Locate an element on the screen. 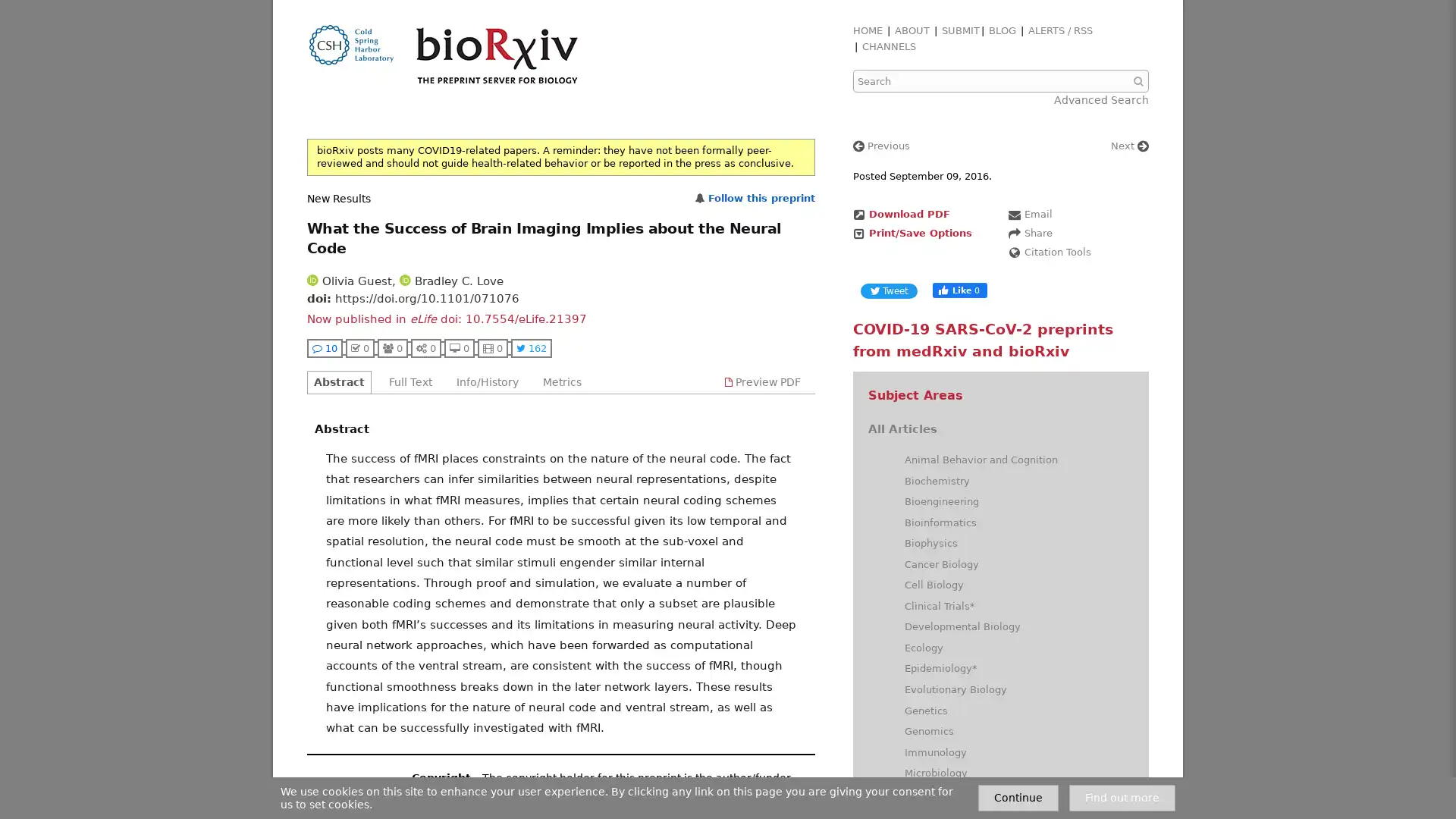 The width and height of the screenshot is (1456, 819). Find out more is located at coordinates (1122, 797).